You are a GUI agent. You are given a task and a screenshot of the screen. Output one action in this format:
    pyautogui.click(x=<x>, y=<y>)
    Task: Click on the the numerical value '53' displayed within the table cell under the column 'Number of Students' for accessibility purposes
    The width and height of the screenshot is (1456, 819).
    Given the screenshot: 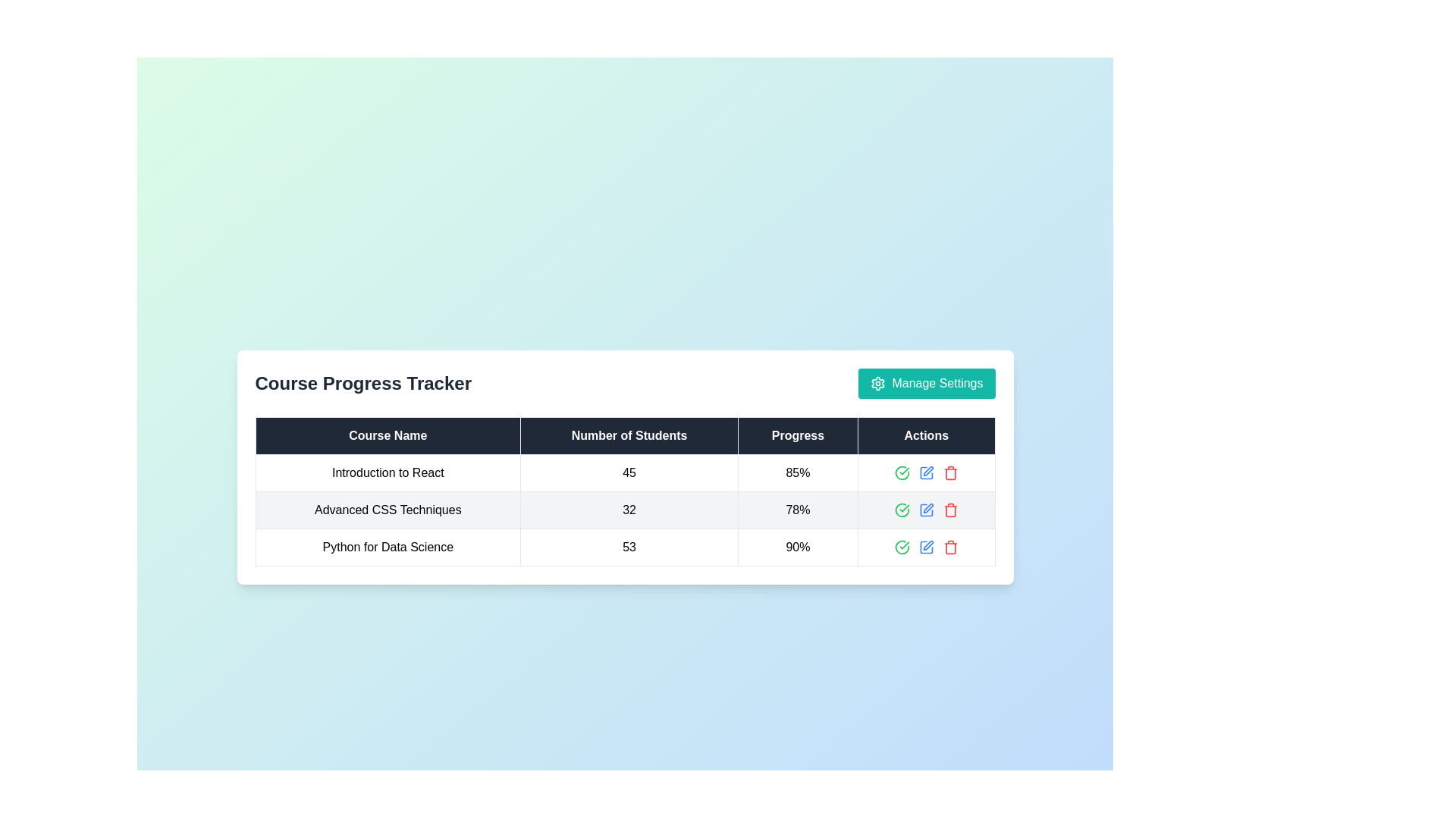 What is the action you would take?
    pyautogui.click(x=629, y=547)
    